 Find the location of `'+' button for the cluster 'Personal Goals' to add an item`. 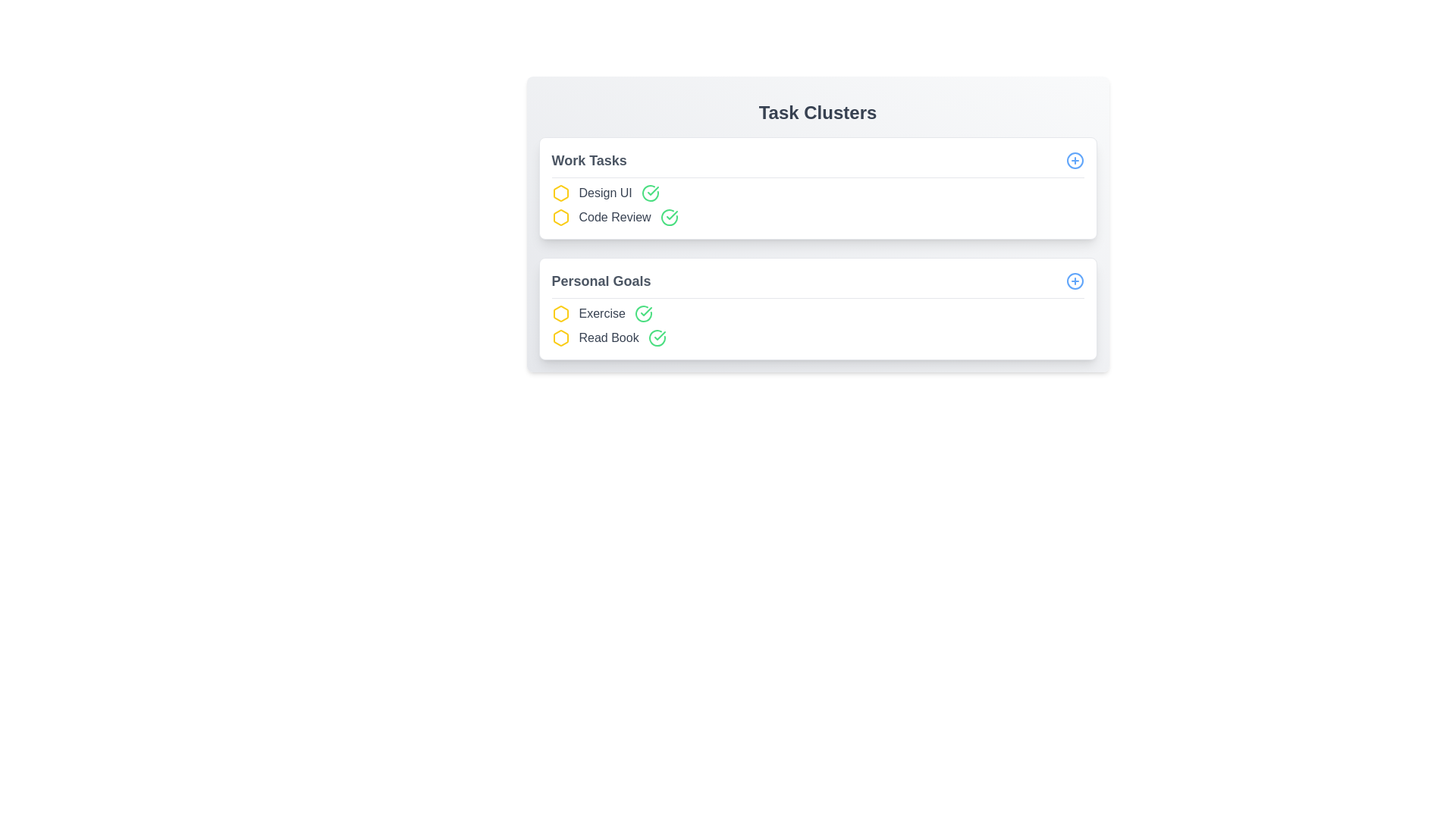

'+' button for the cluster 'Personal Goals' to add an item is located at coordinates (1074, 281).